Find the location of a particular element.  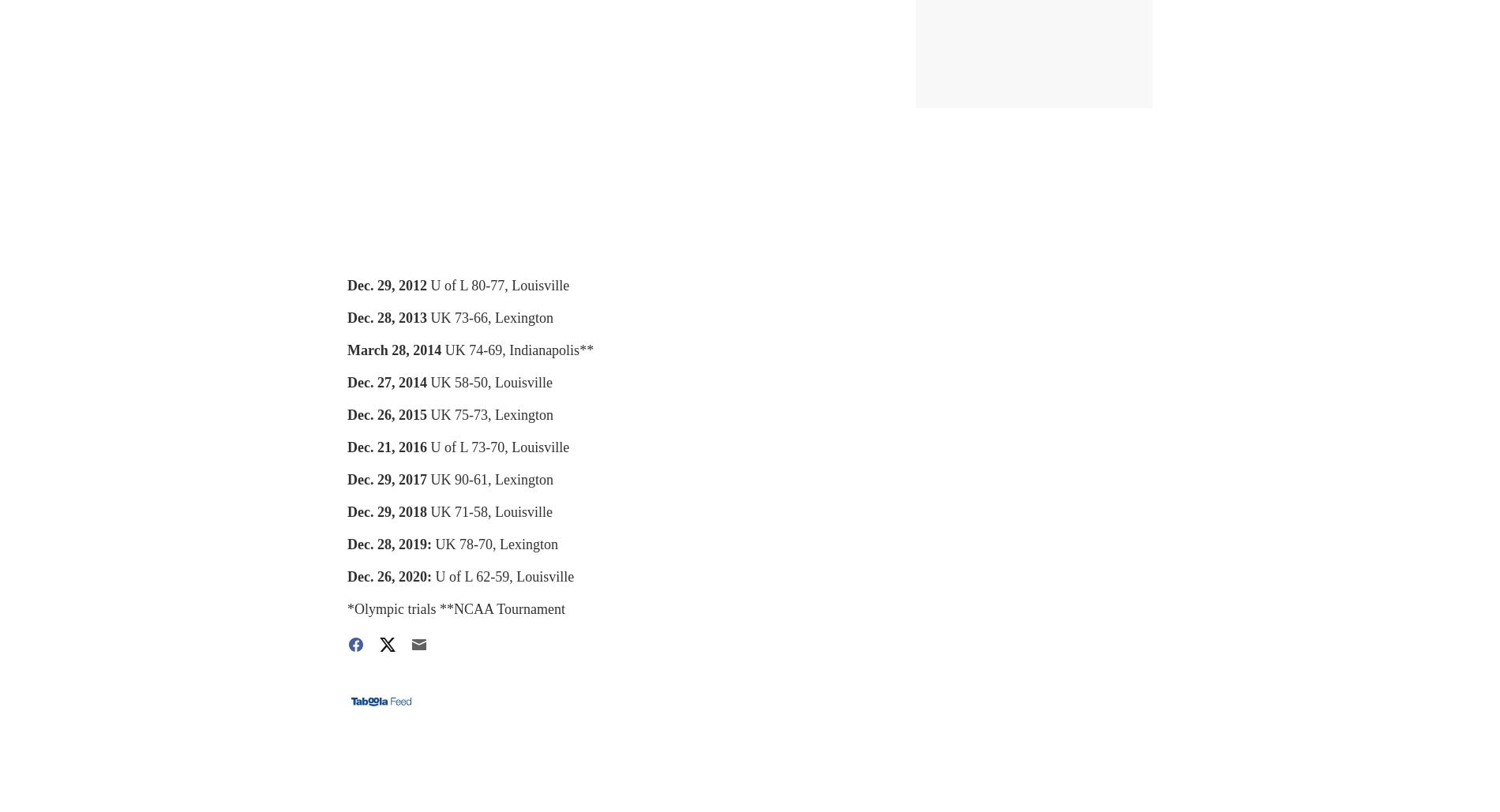

'*Olympic trials **NCAA Tournament' is located at coordinates (456, 608).